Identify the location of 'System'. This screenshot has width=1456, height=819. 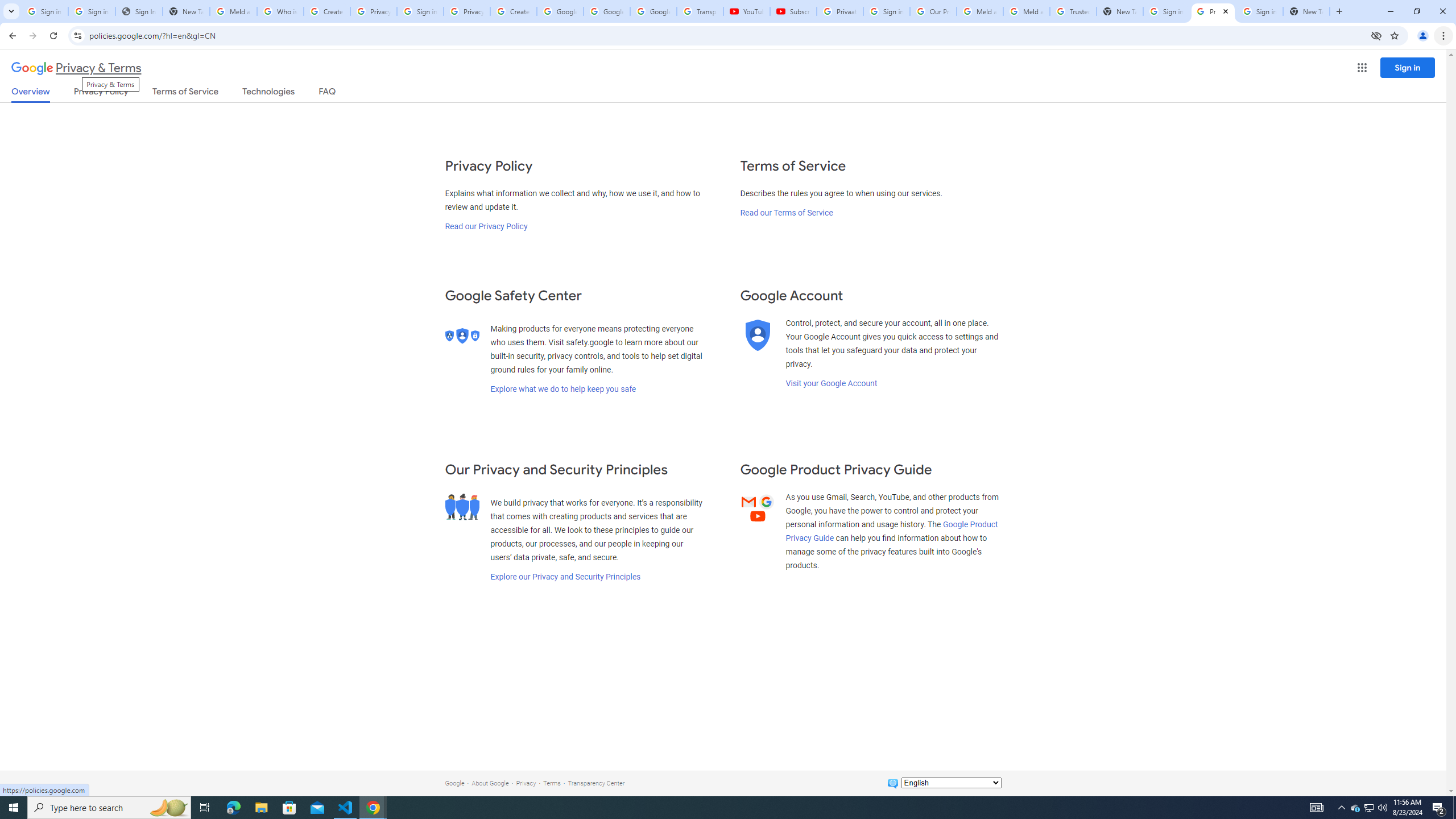
(6, 5).